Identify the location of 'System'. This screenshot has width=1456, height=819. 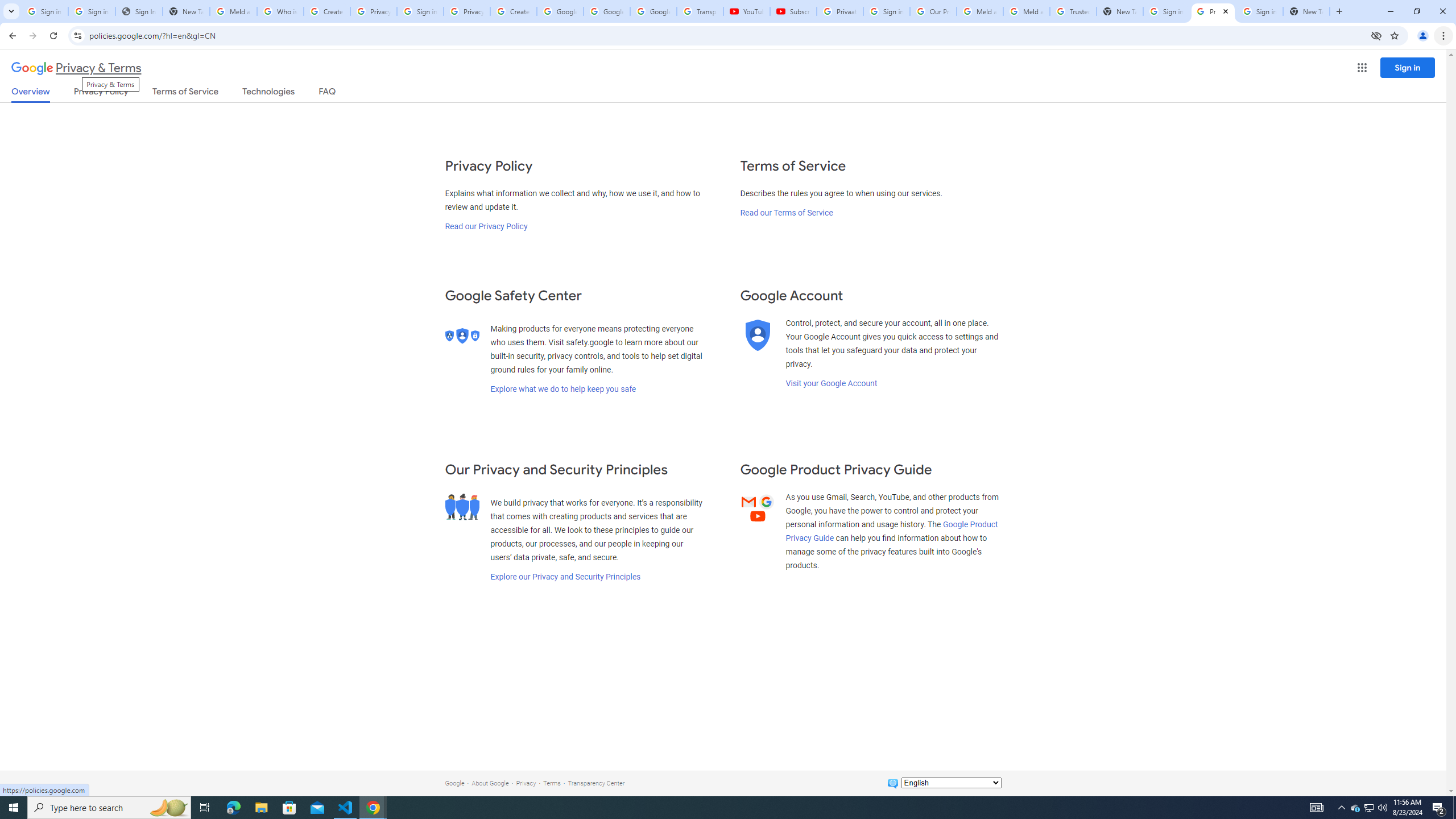
(6, 5).